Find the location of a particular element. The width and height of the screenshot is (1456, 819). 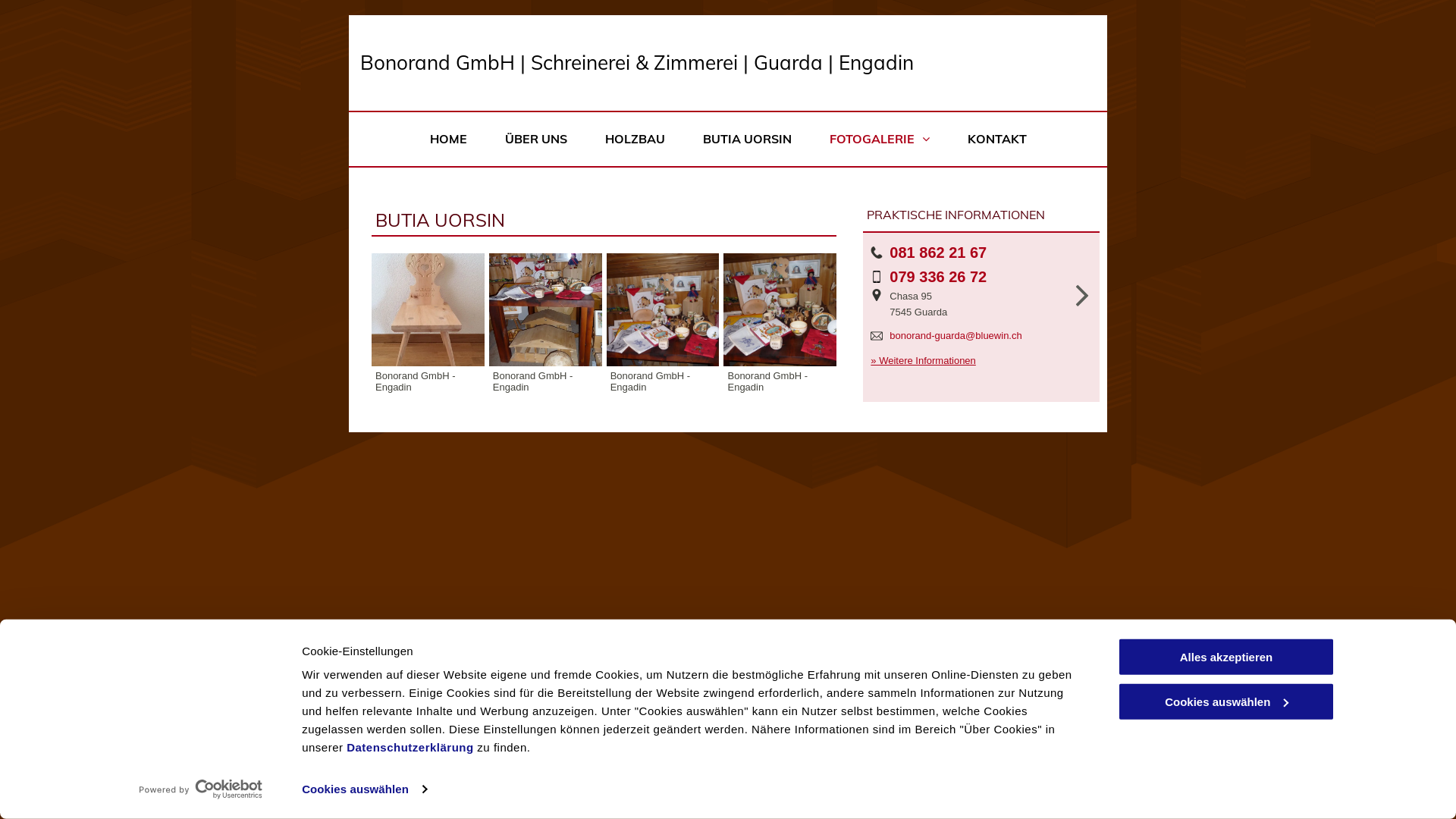

'bonorand-guarda@bluewin.ch' is located at coordinates (889, 334).